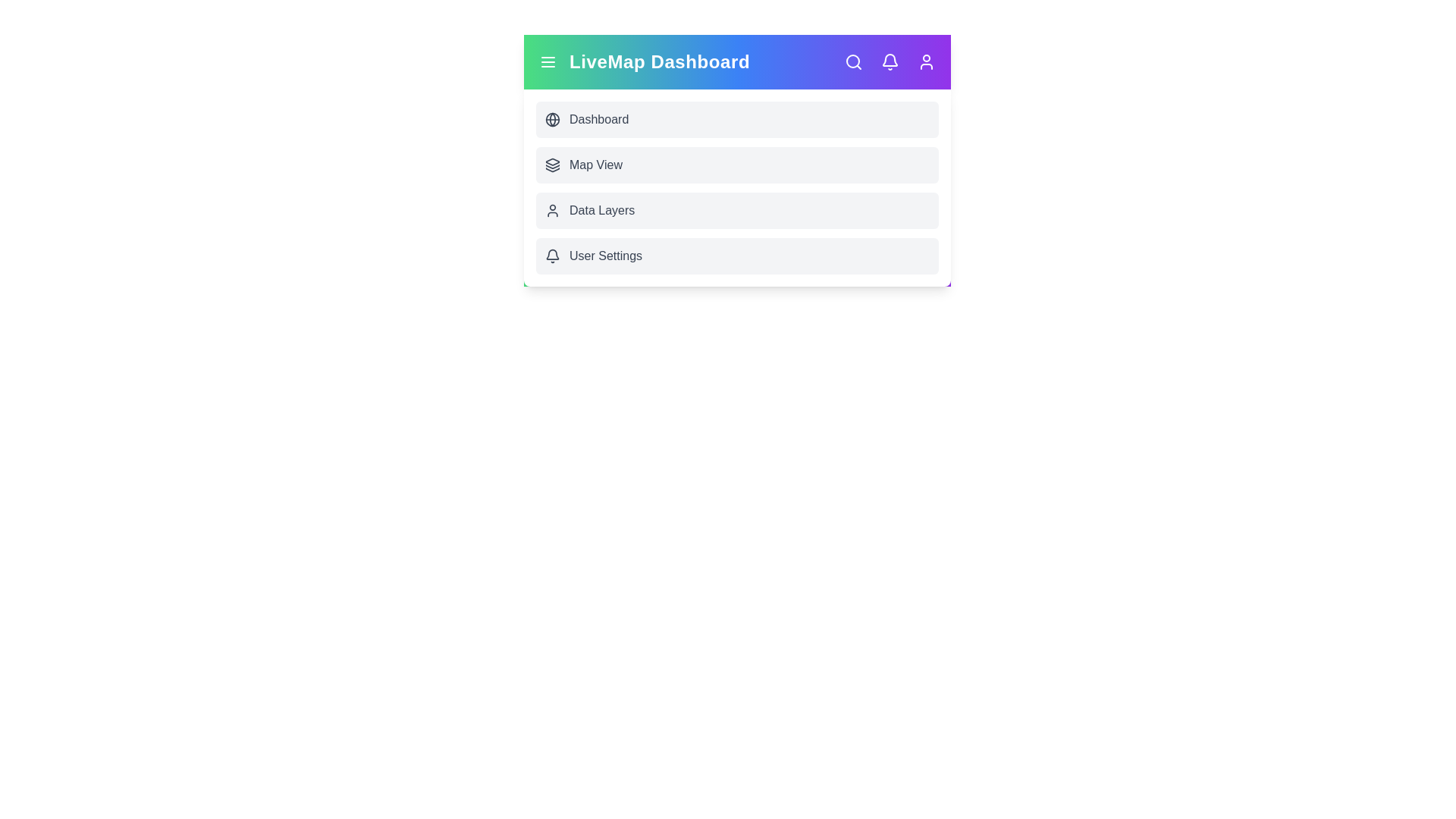  What do you see at coordinates (548, 61) in the screenshot?
I see `the menu icon to toggle the menu visibility` at bounding box center [548, 61].